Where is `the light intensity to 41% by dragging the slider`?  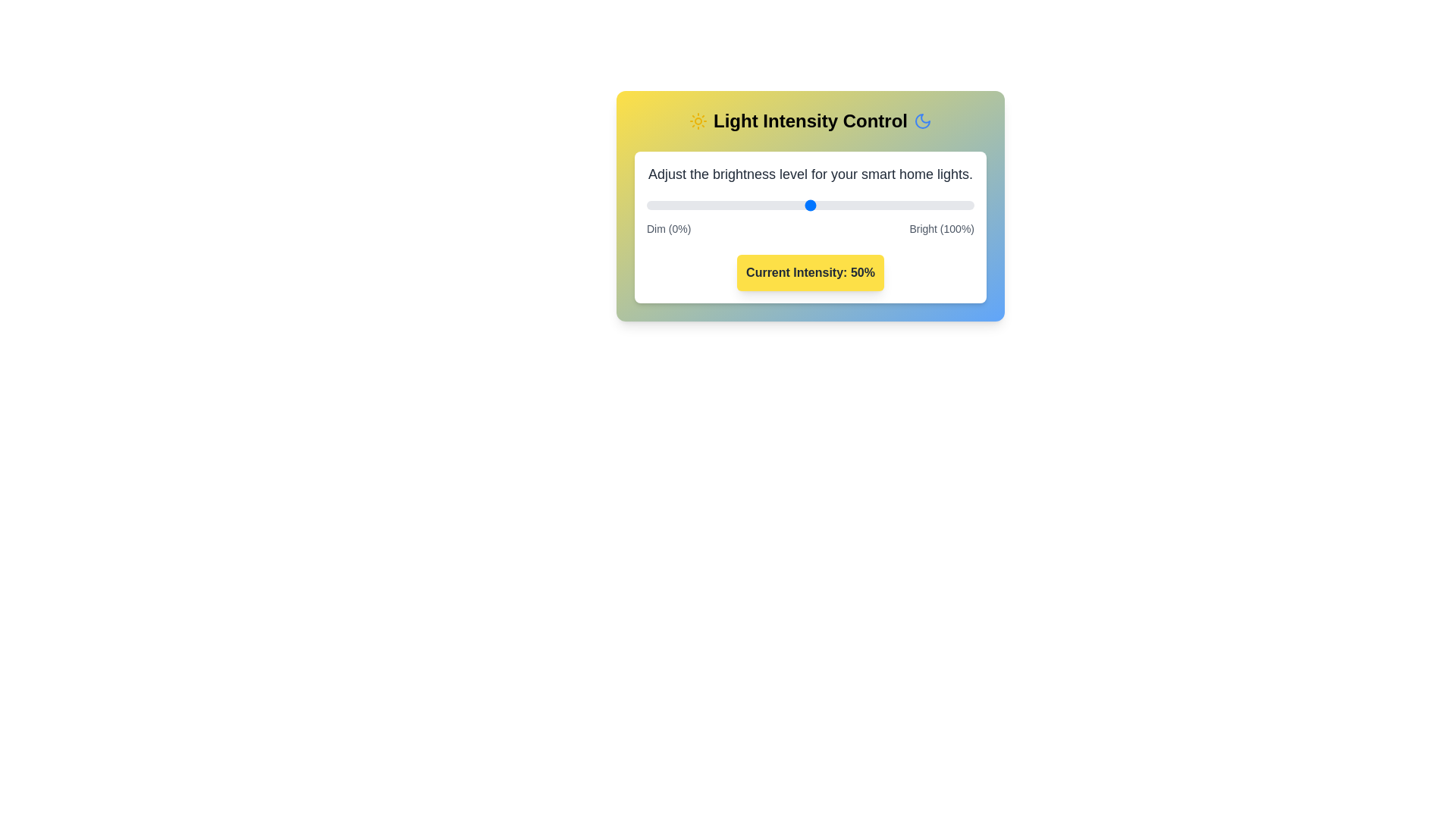
the light intensity to 41% by dragging the slider is located at coordinates (781, 205).